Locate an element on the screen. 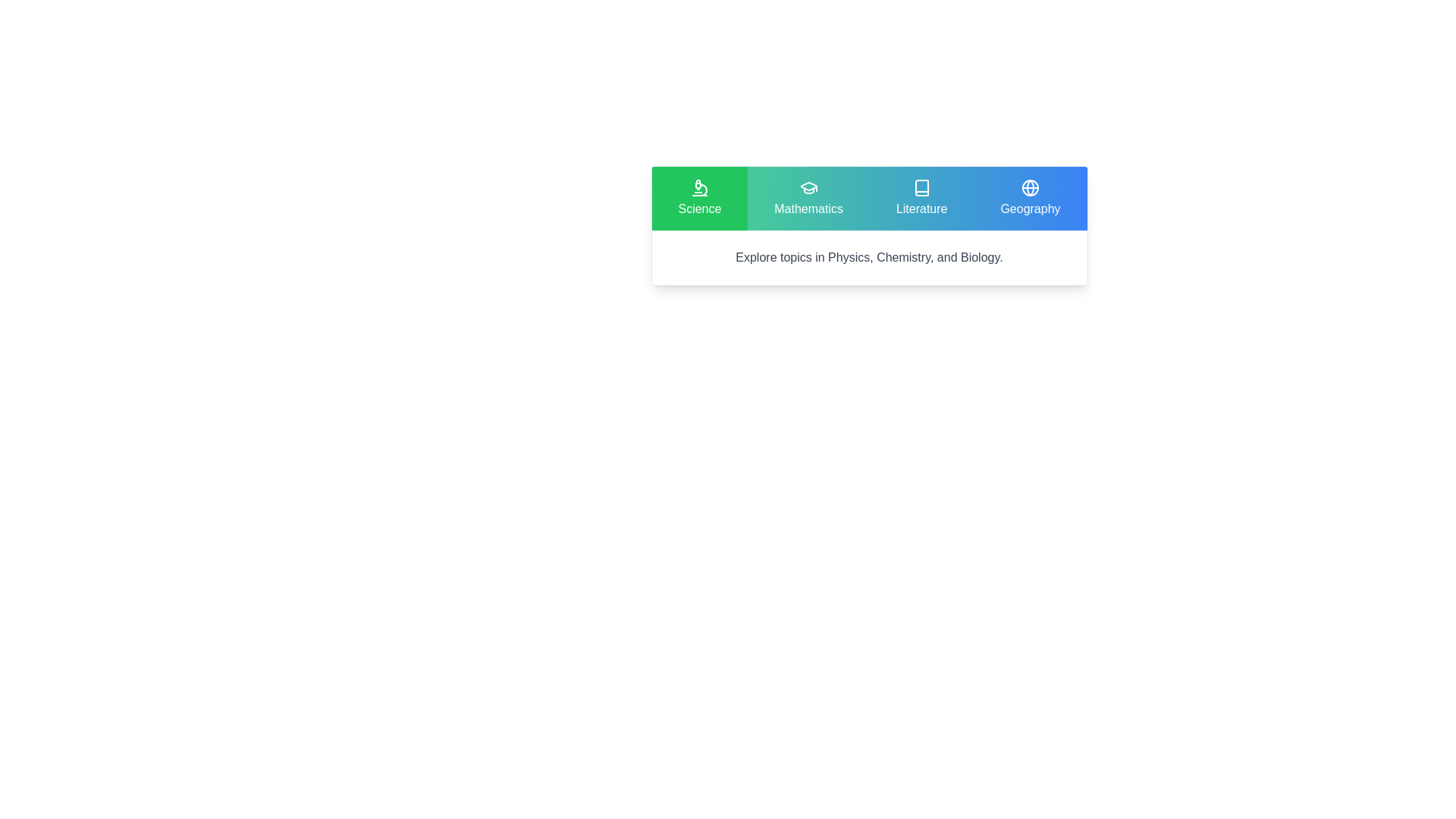  the category links in the card with navigation links and descriptive text is located at coordinates (869, 225).